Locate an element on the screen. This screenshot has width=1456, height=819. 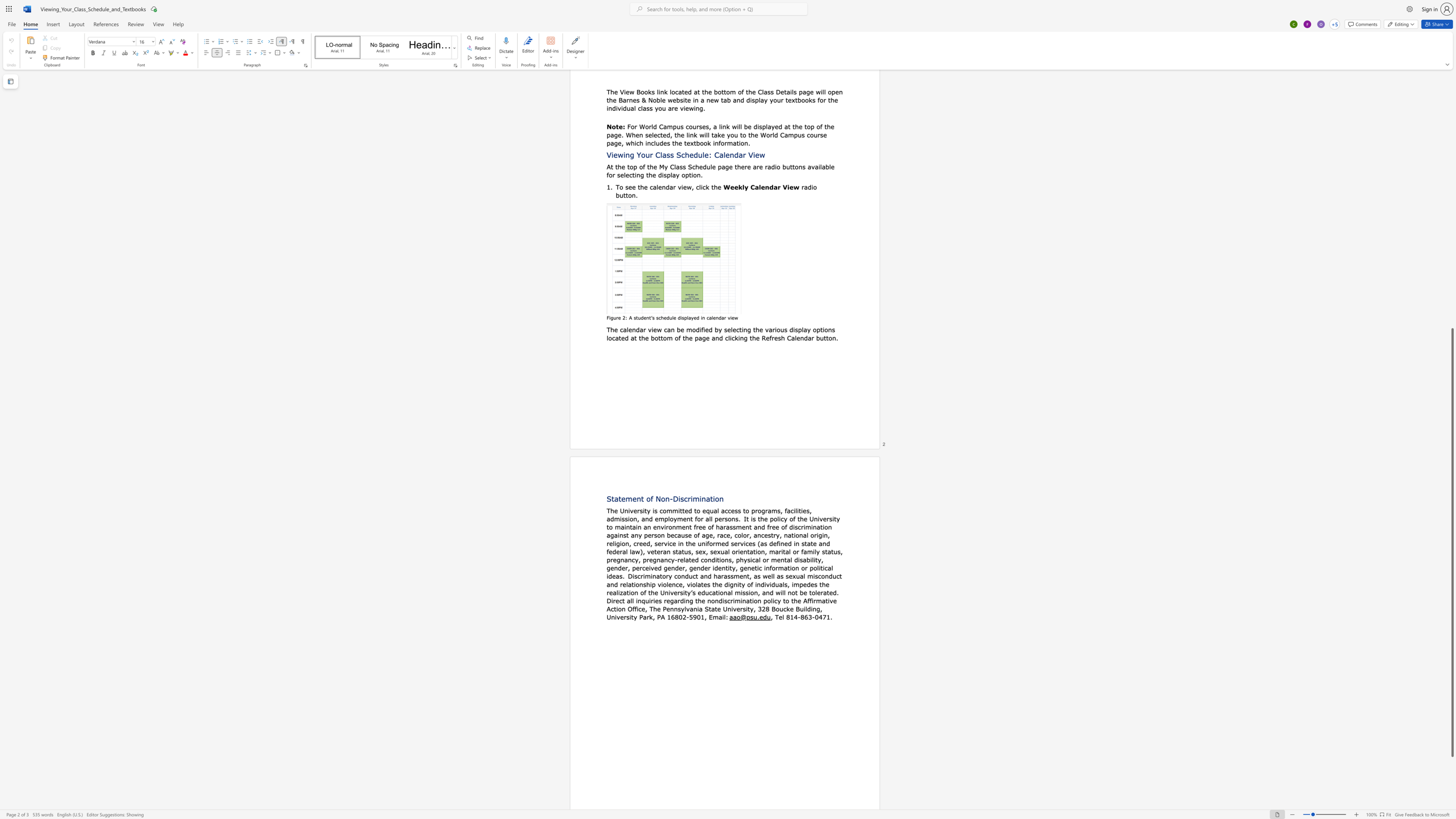
the scrollbar to move the content higher is located at coordinates (1451, 261).